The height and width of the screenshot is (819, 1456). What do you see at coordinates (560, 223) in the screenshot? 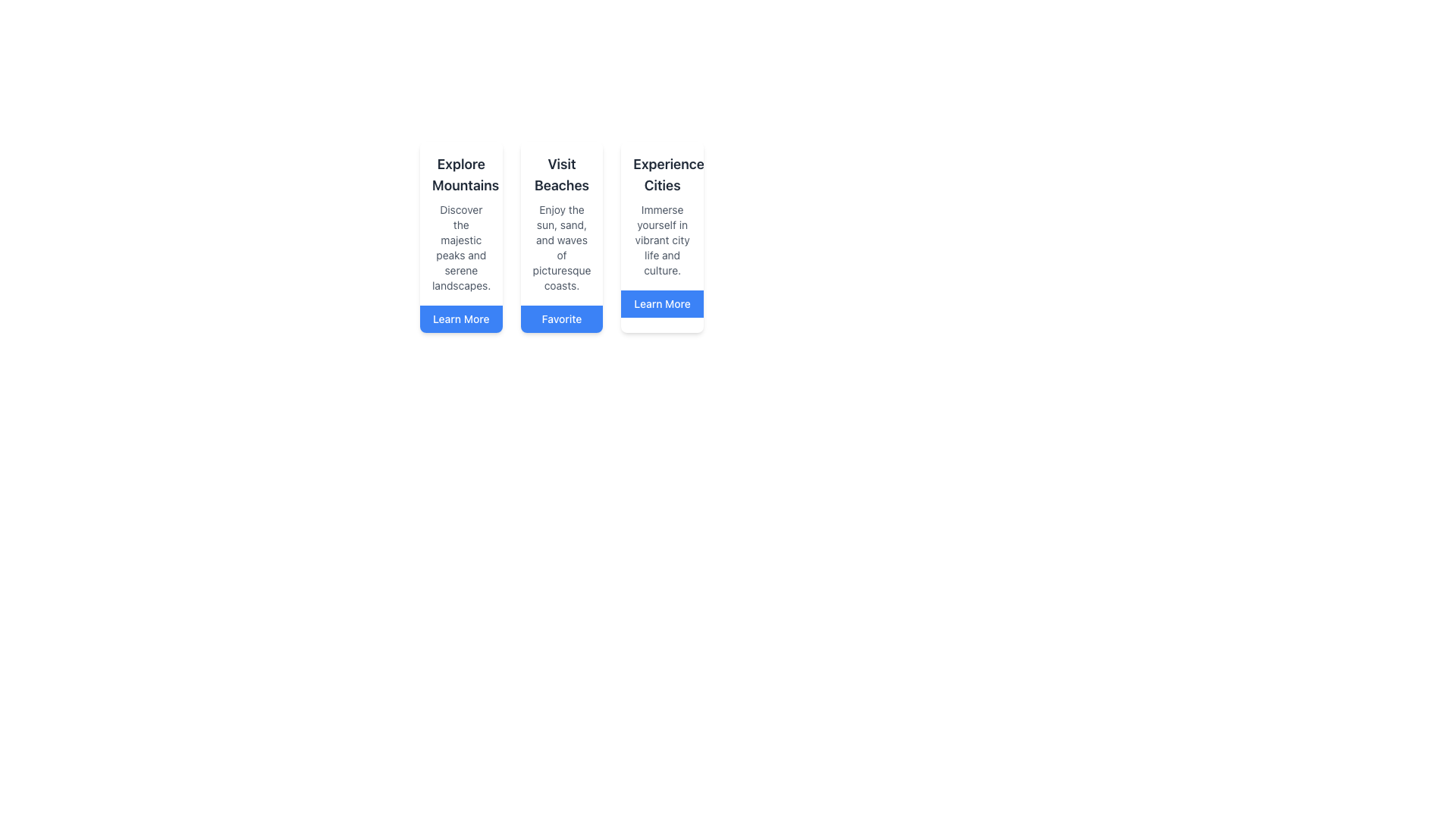
I see `the text description block titled 'Visit Beaches' which contains the title and descriptive text about enjoying picturesque coasts` at bounding box center [560, 223].